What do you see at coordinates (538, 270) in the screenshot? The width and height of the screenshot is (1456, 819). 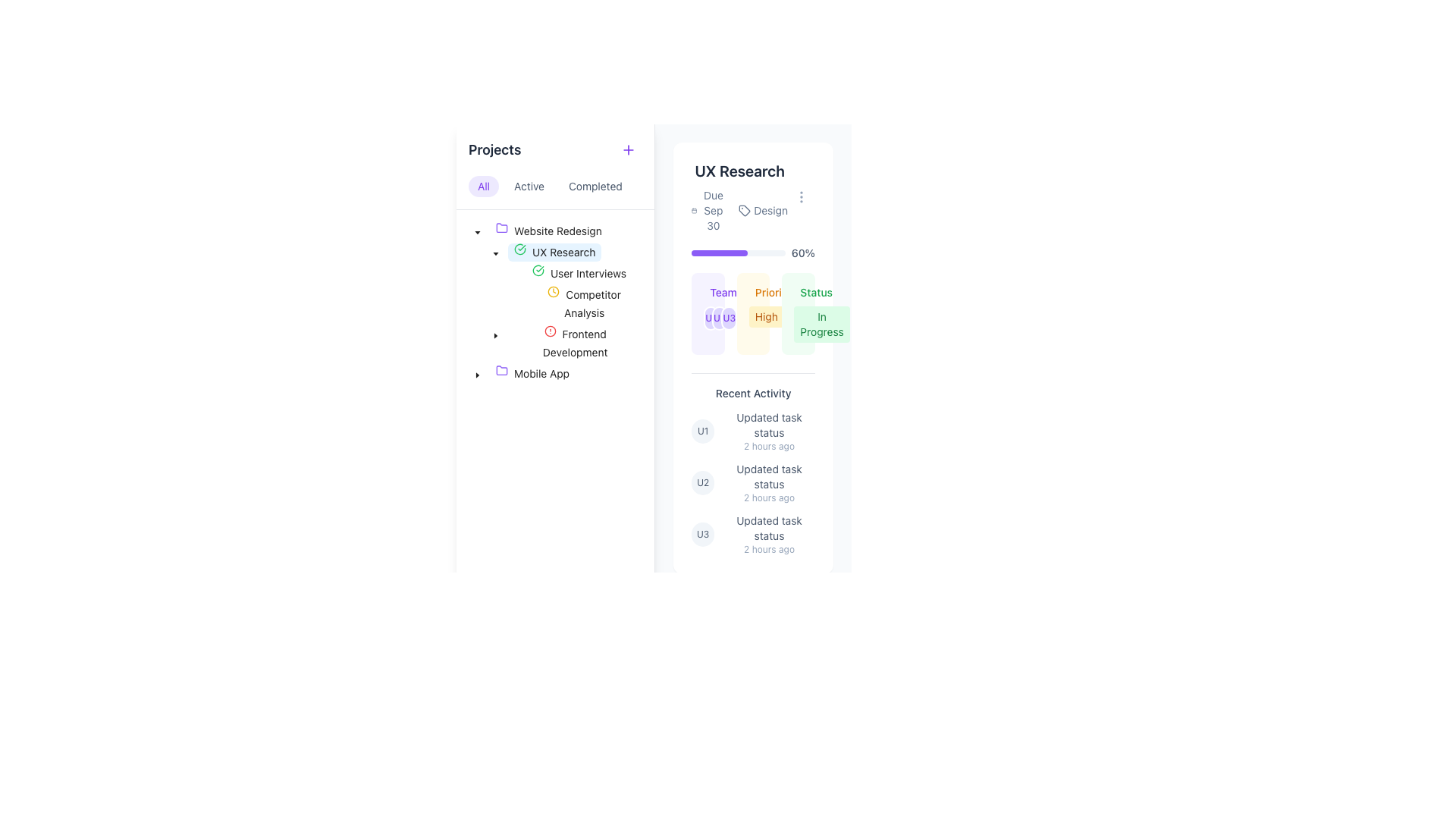 I see `the status indication of the green checkmark icon located in the 'UX Research' section, which serves as an indicator for 'User Interviews'` at bounding box center [538, 270].